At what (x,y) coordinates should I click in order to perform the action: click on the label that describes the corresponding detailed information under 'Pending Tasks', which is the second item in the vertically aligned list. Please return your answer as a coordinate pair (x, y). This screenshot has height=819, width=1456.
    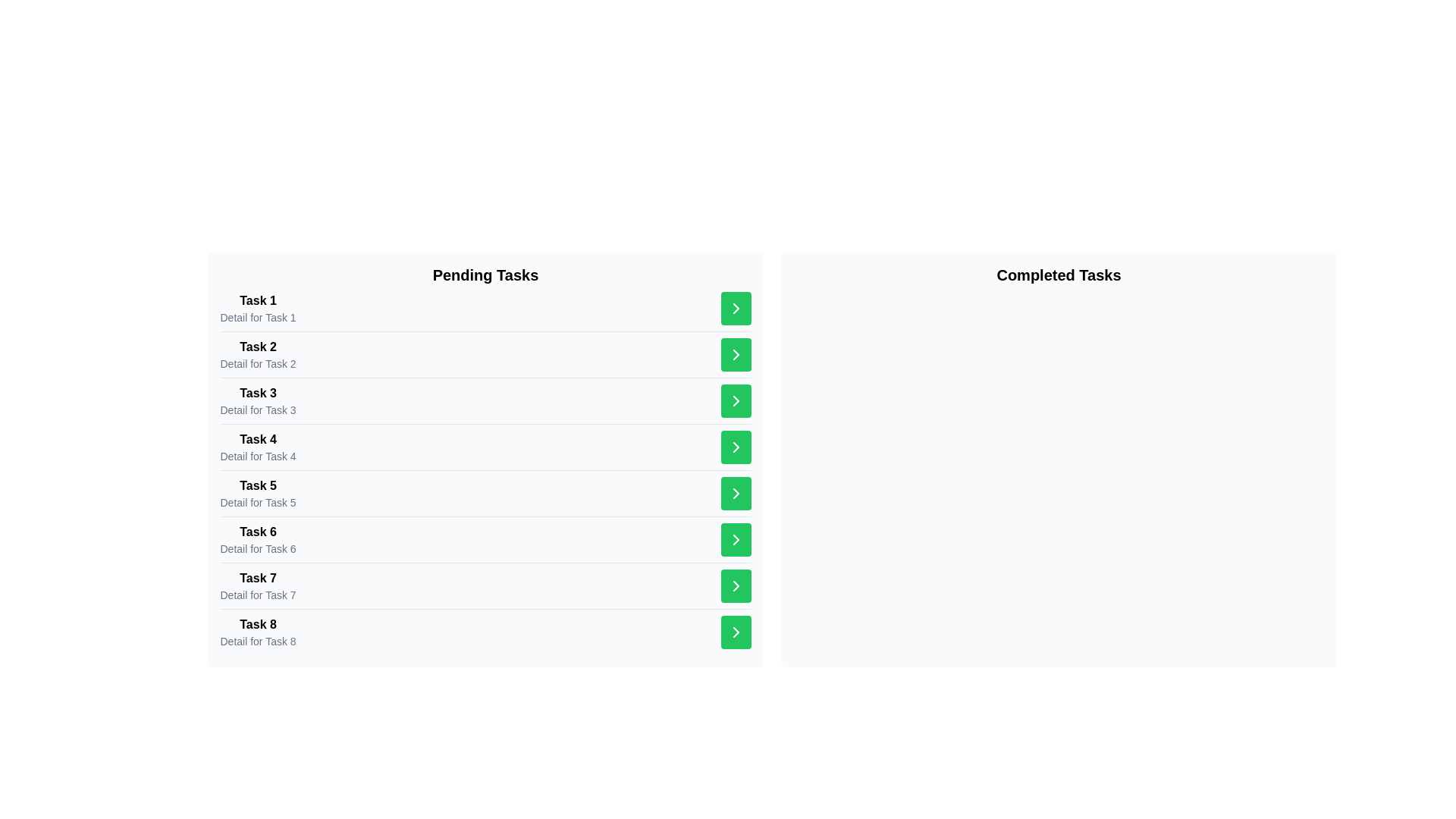
    Looking at the image, I should click on (258, 347).